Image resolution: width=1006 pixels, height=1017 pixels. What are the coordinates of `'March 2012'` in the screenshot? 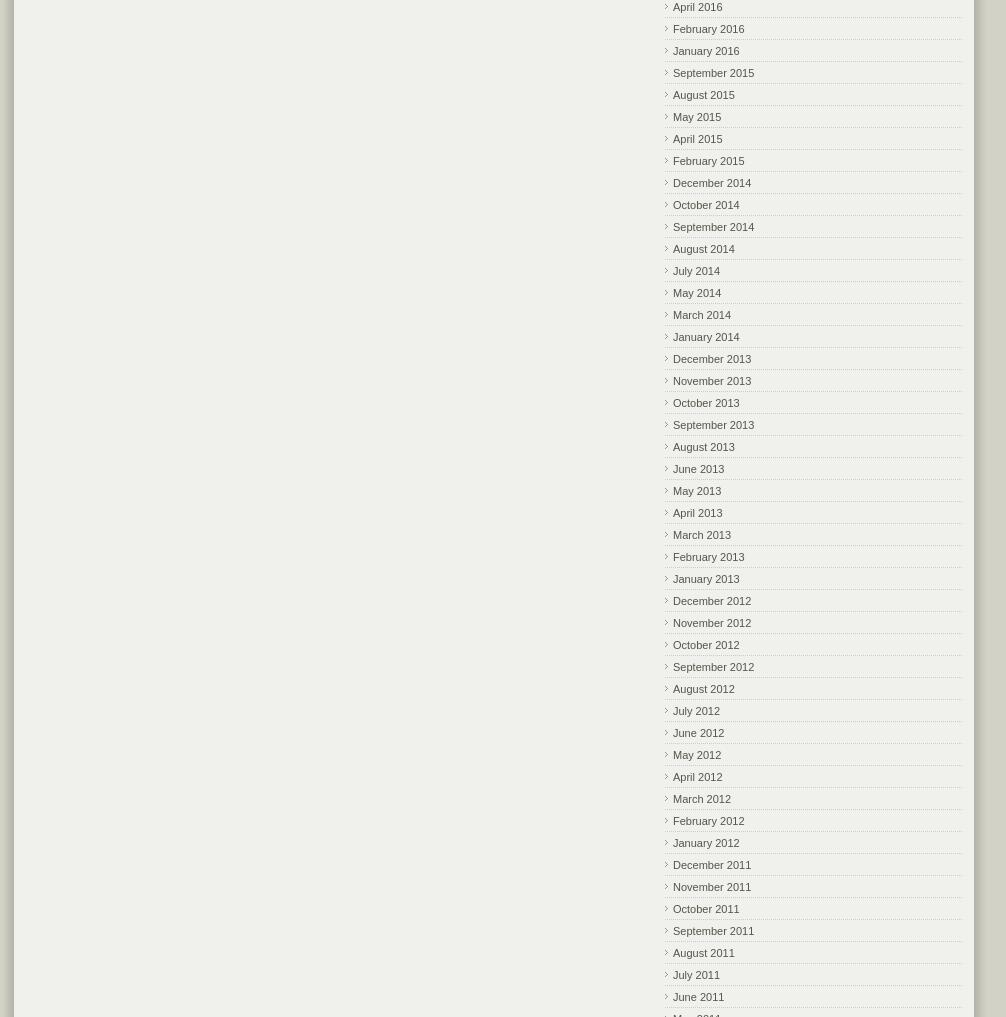 It's located at (701, 797).